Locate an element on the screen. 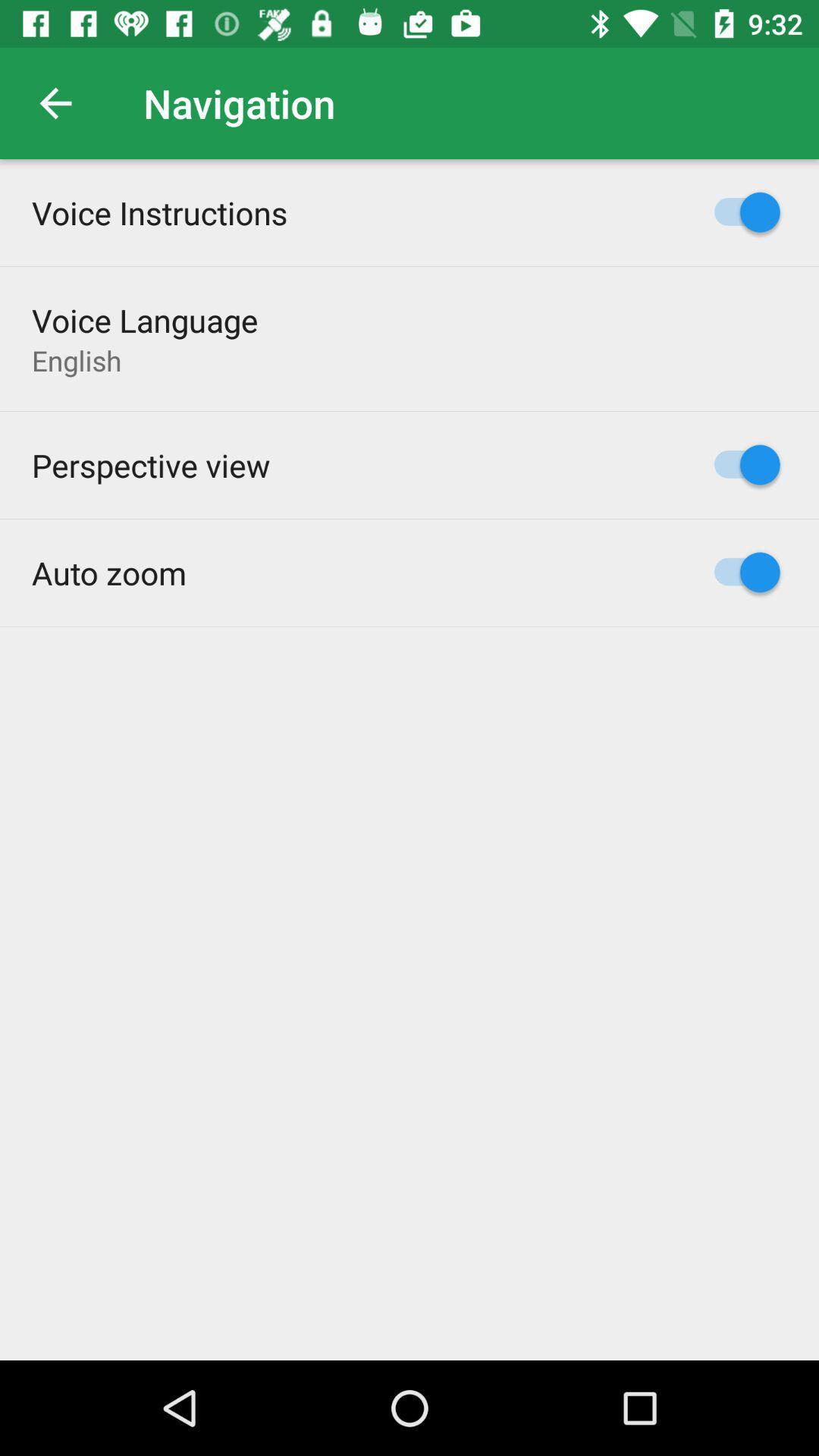 Image resolution: width=819 pixels, height=1456 pixels. item below the voice instructions item is located at coordinates (145, 319).